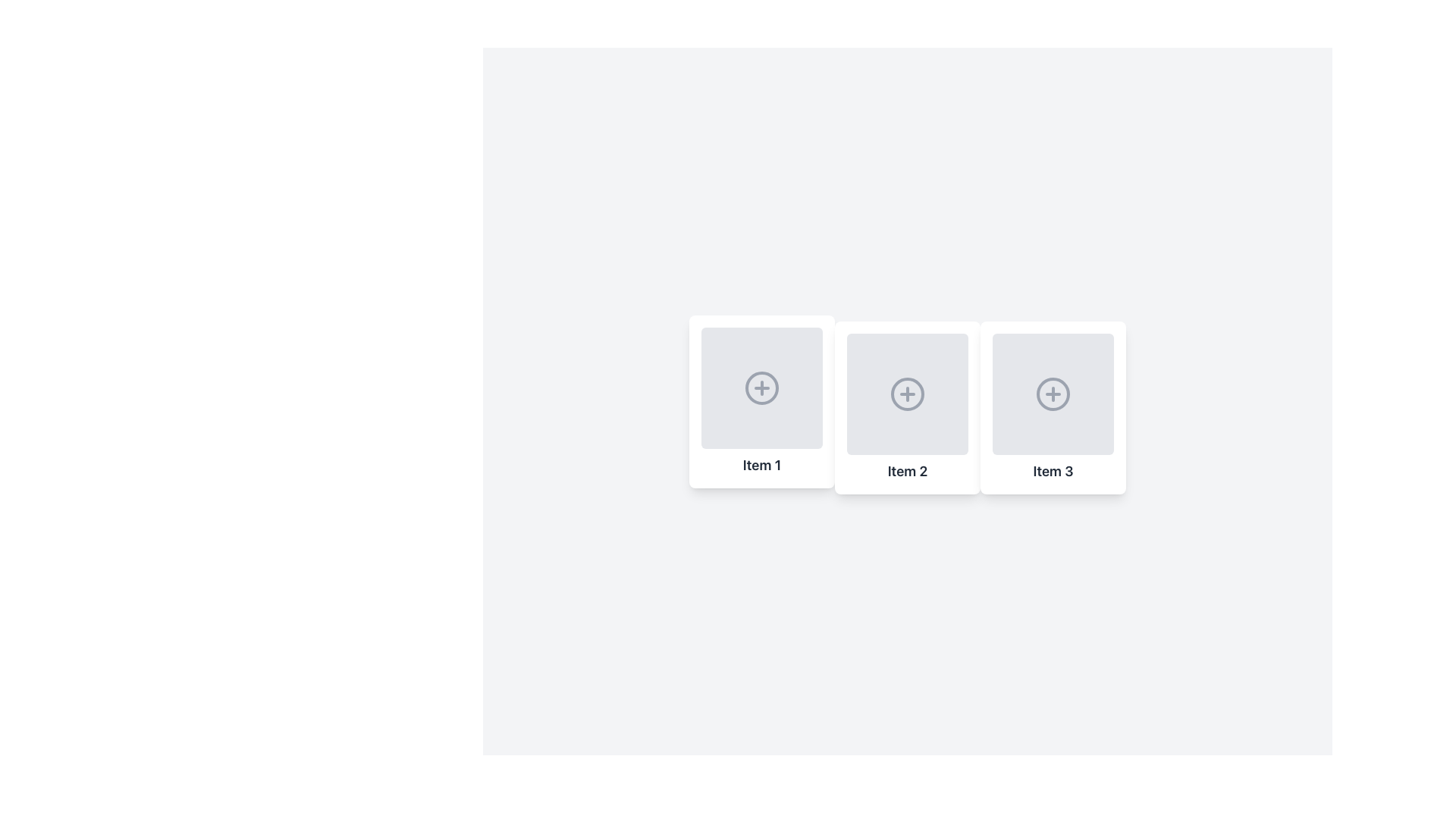 The height and width of the screenshot is (819, 1456). Describe the element at coordinates (1052, 470) in the screenshot. I see `text from the text label that says 'Item 3', which is styled in bold and located beneath the circular plus icon in the rightmost card` at that location.